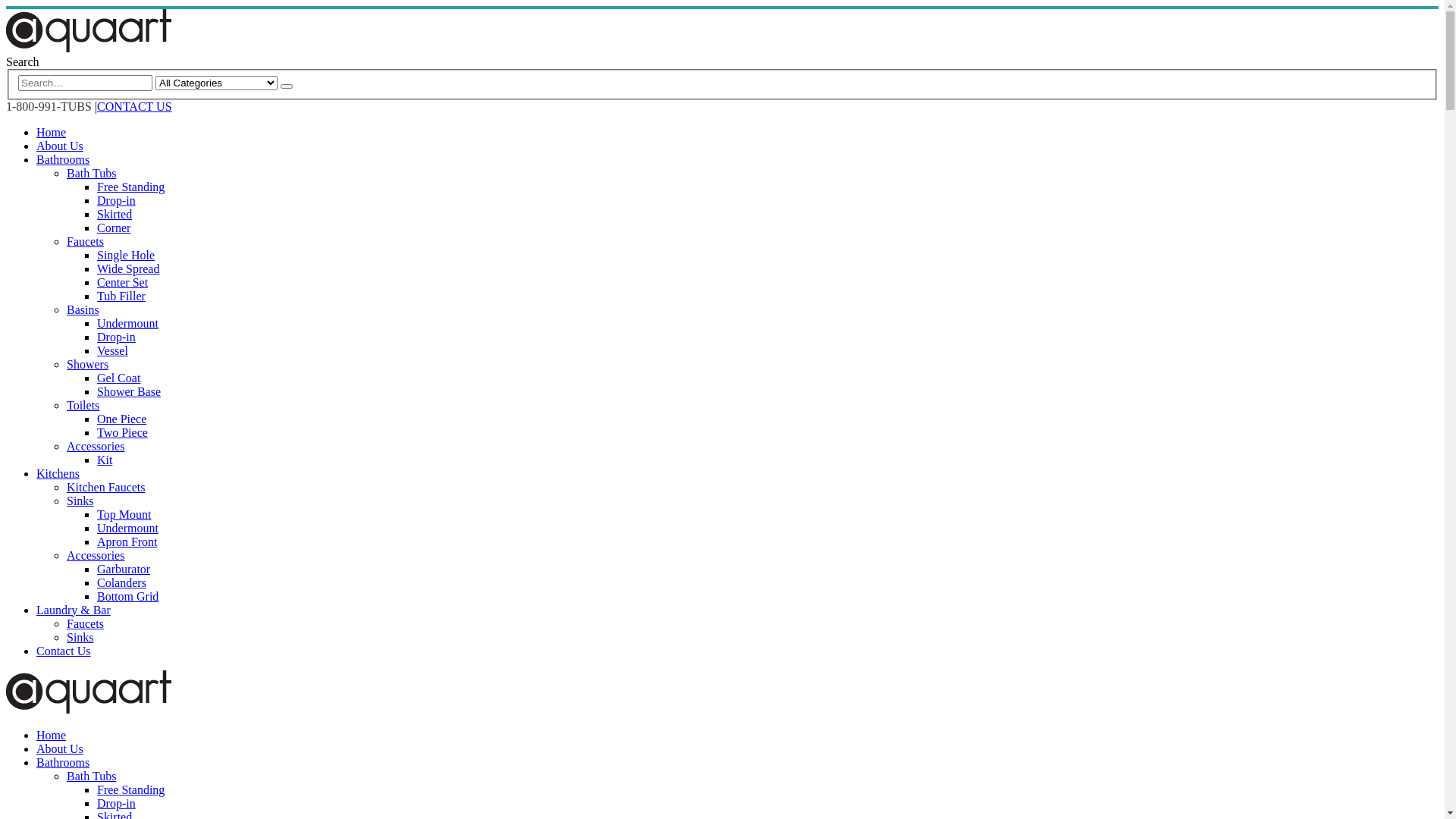 The image size is (1456, 819). What do you see at coordinates (127, 322) in the screenshot?
I see `'Undermount'` at bounding box center [127, 322].